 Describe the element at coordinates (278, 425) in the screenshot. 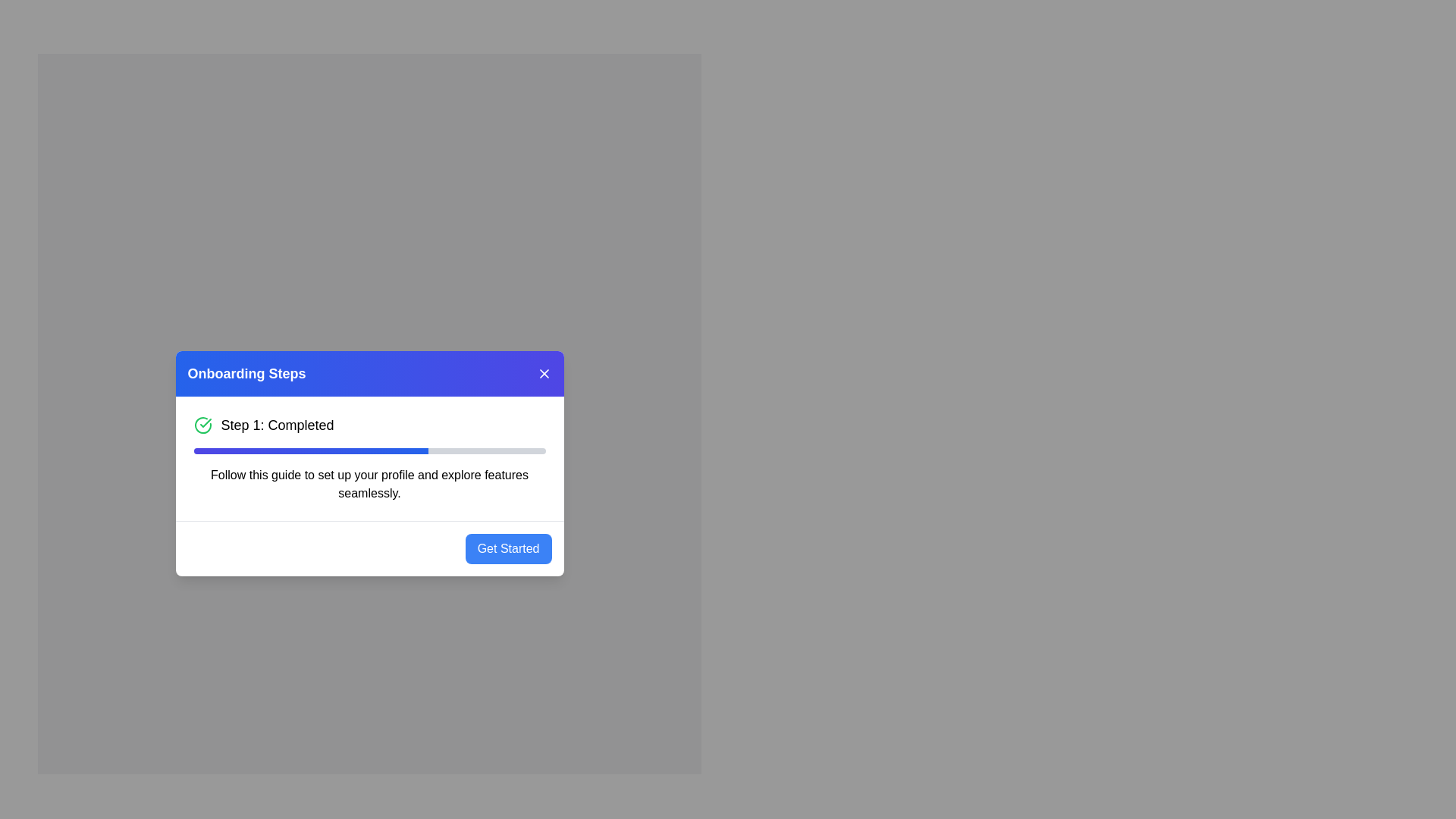

I see `the text label displaying 'Step 1: Completed', which is visually emphasized by a larger font size and bold style, and located to the right of a green circular check icon` at that location.